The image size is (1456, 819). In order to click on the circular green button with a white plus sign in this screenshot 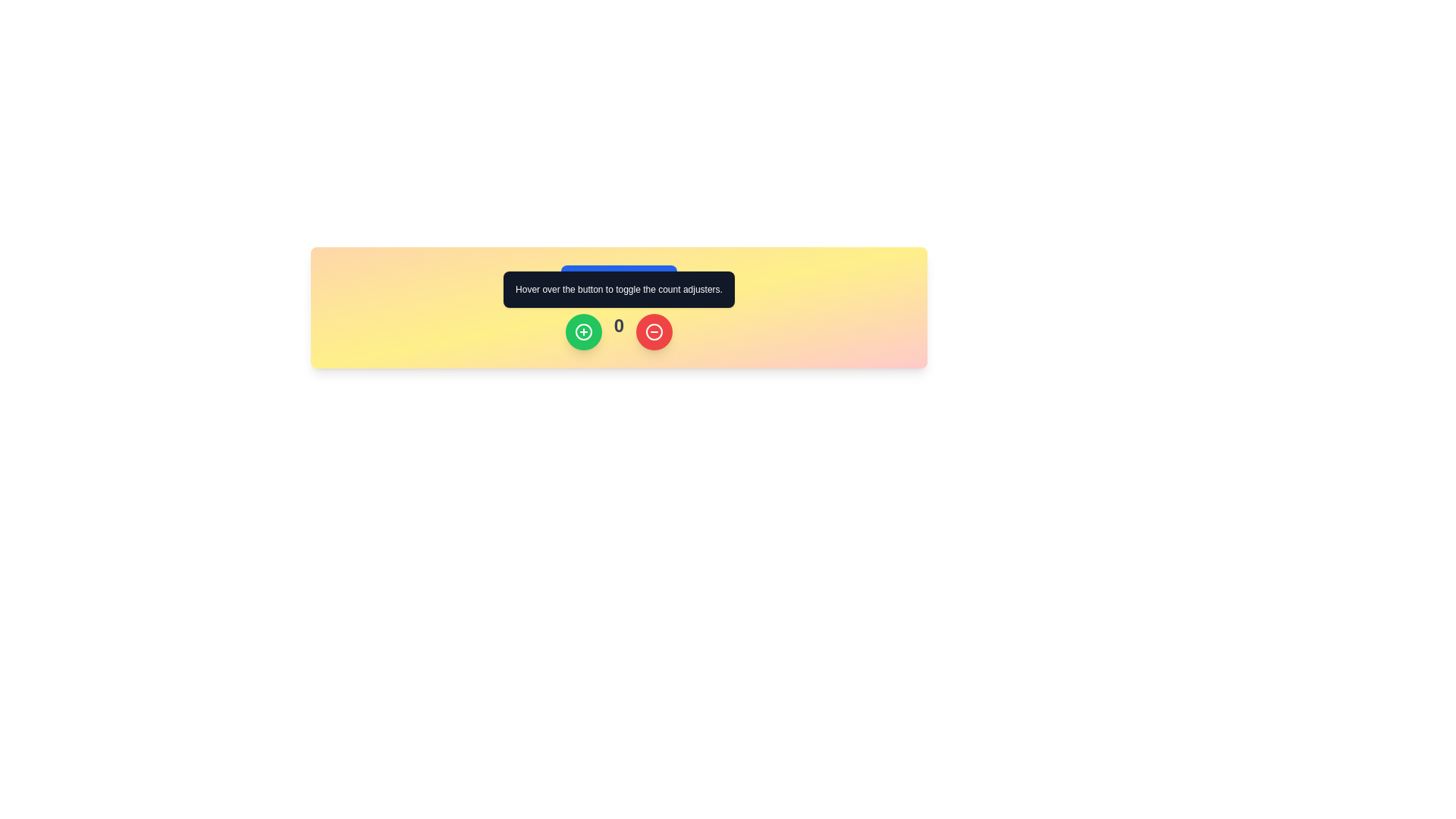, I will do `click(582, 331)`.